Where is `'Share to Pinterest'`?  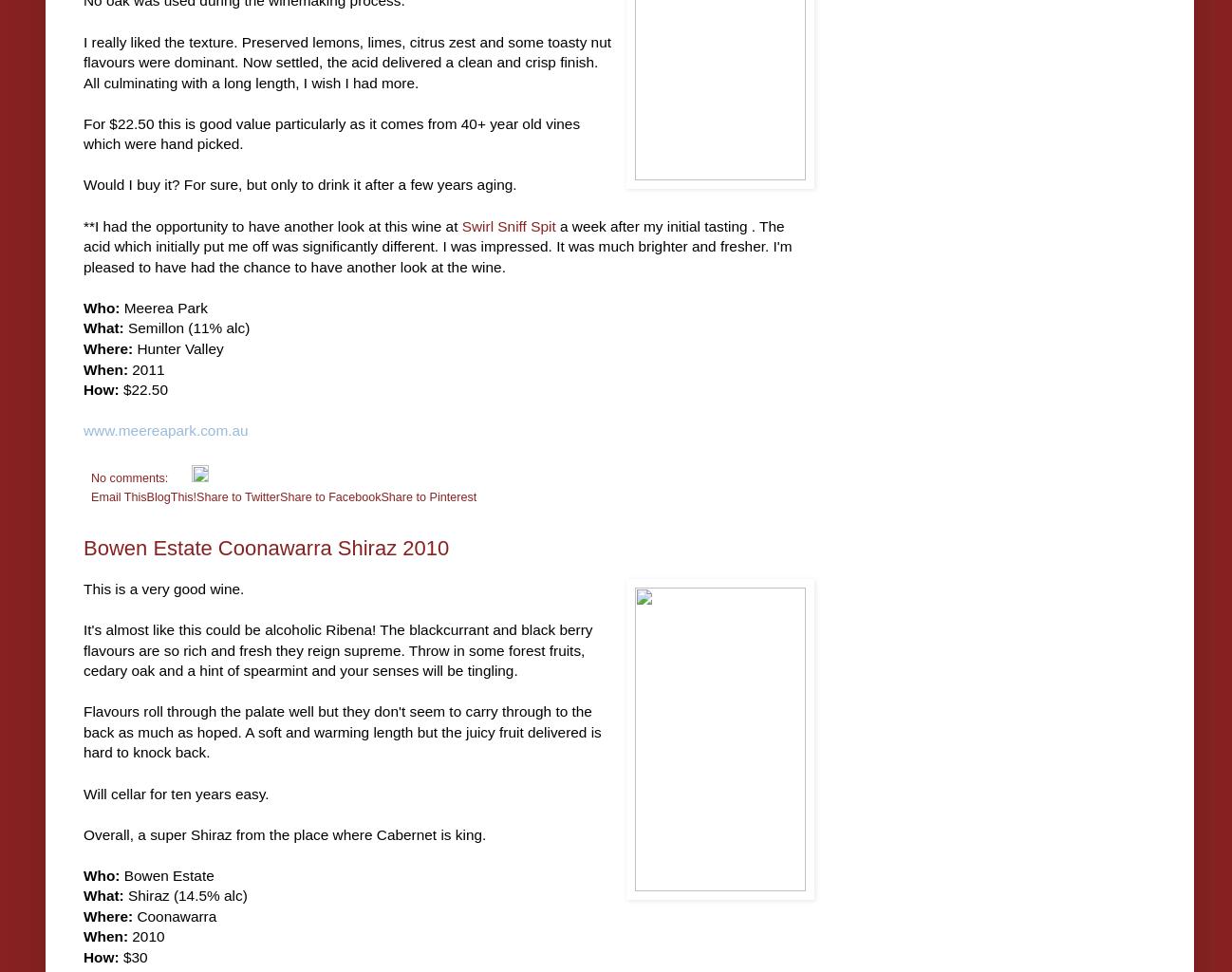 'Share to Pinterest' is located at coordinates (427, 495).